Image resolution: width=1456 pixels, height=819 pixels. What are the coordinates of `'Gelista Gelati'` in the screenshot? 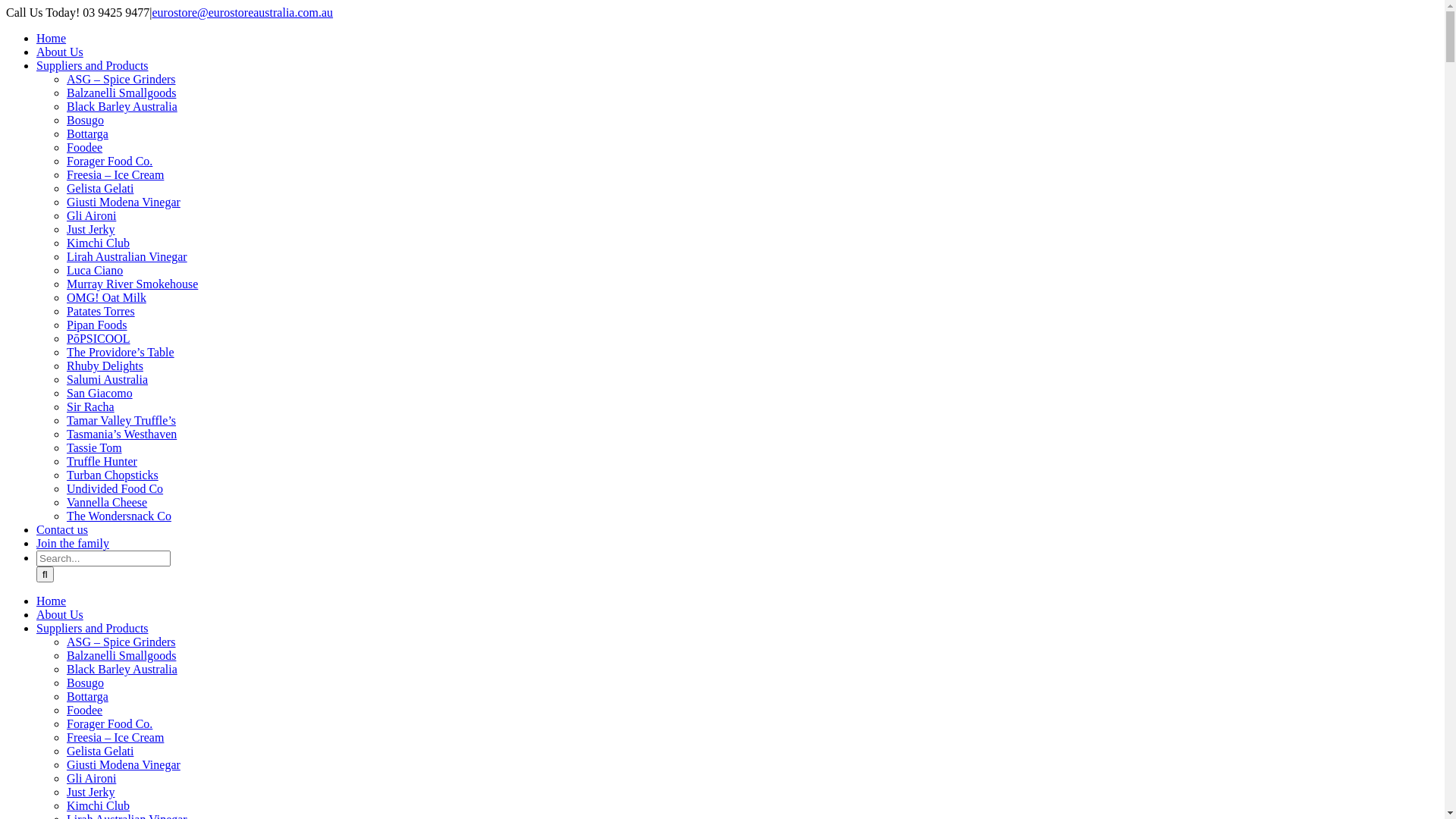 It's located at (99, 751).